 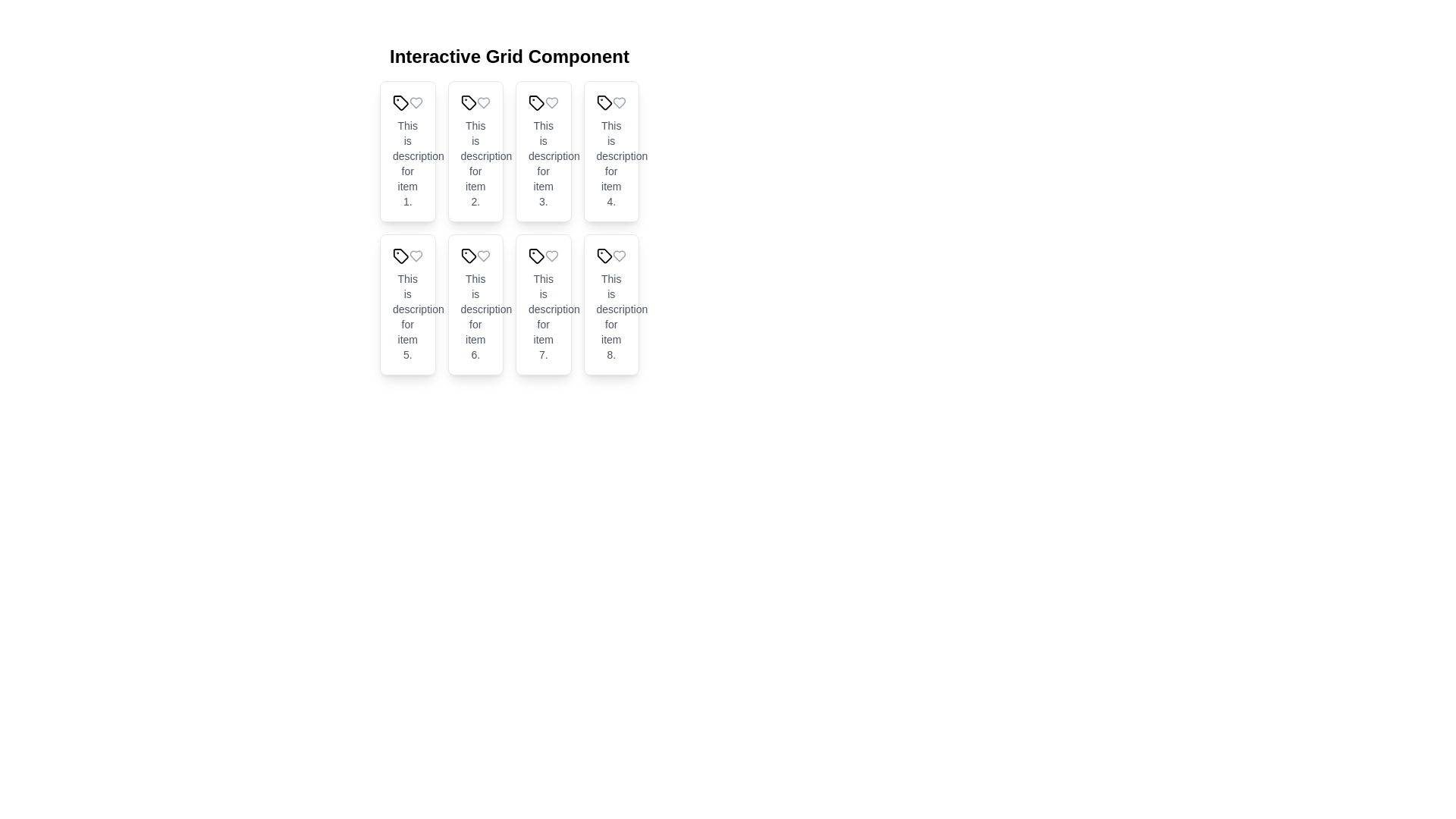 What do you see at coordinates (551, 102) in the screenshot?
I see `the heart icon located in the top-right corner of the third card in a grid of eight cards, which functions as a favorite or like button` at bounding box center [551, 102].